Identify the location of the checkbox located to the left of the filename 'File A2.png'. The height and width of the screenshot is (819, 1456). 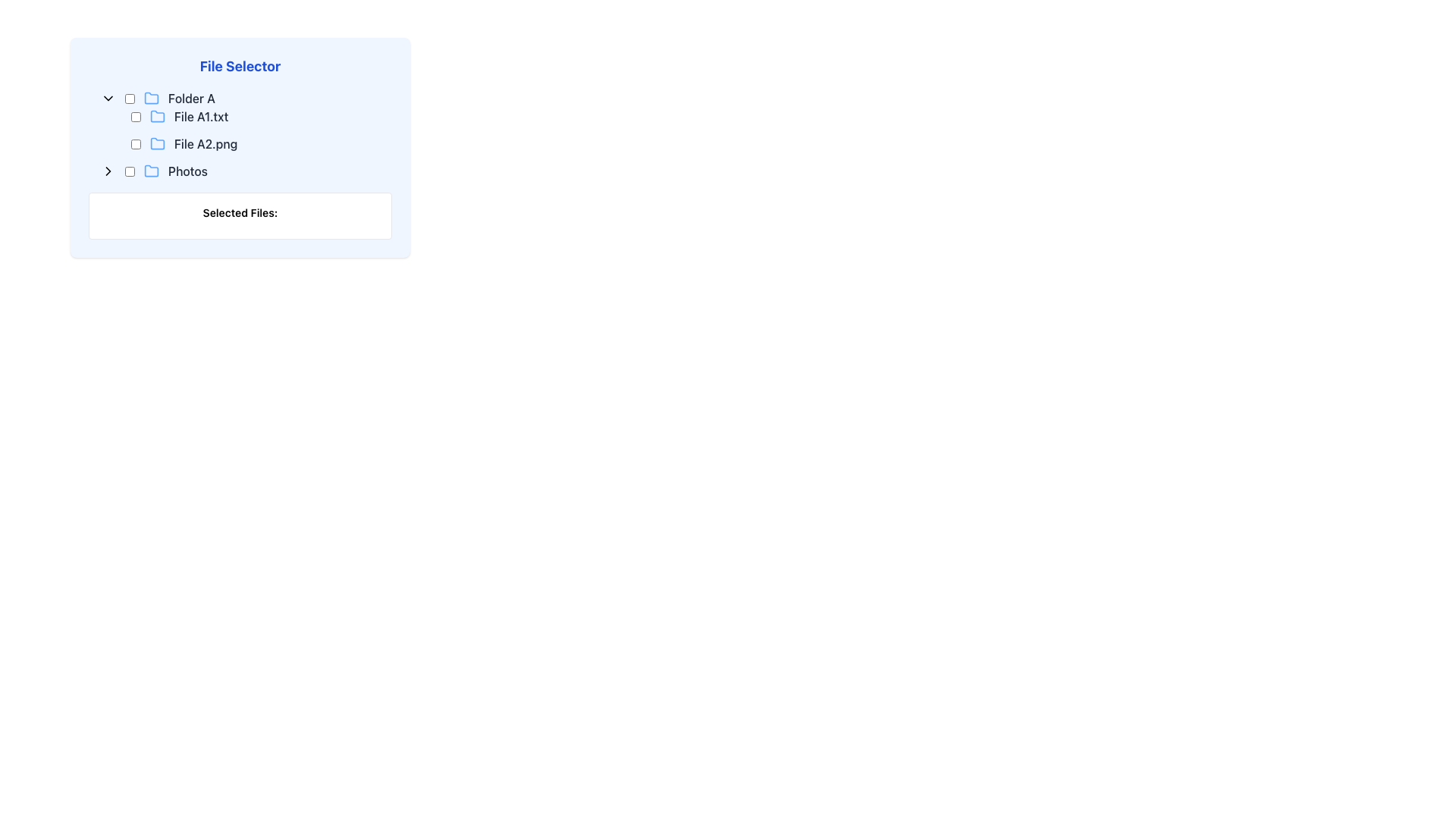
(136, 143).